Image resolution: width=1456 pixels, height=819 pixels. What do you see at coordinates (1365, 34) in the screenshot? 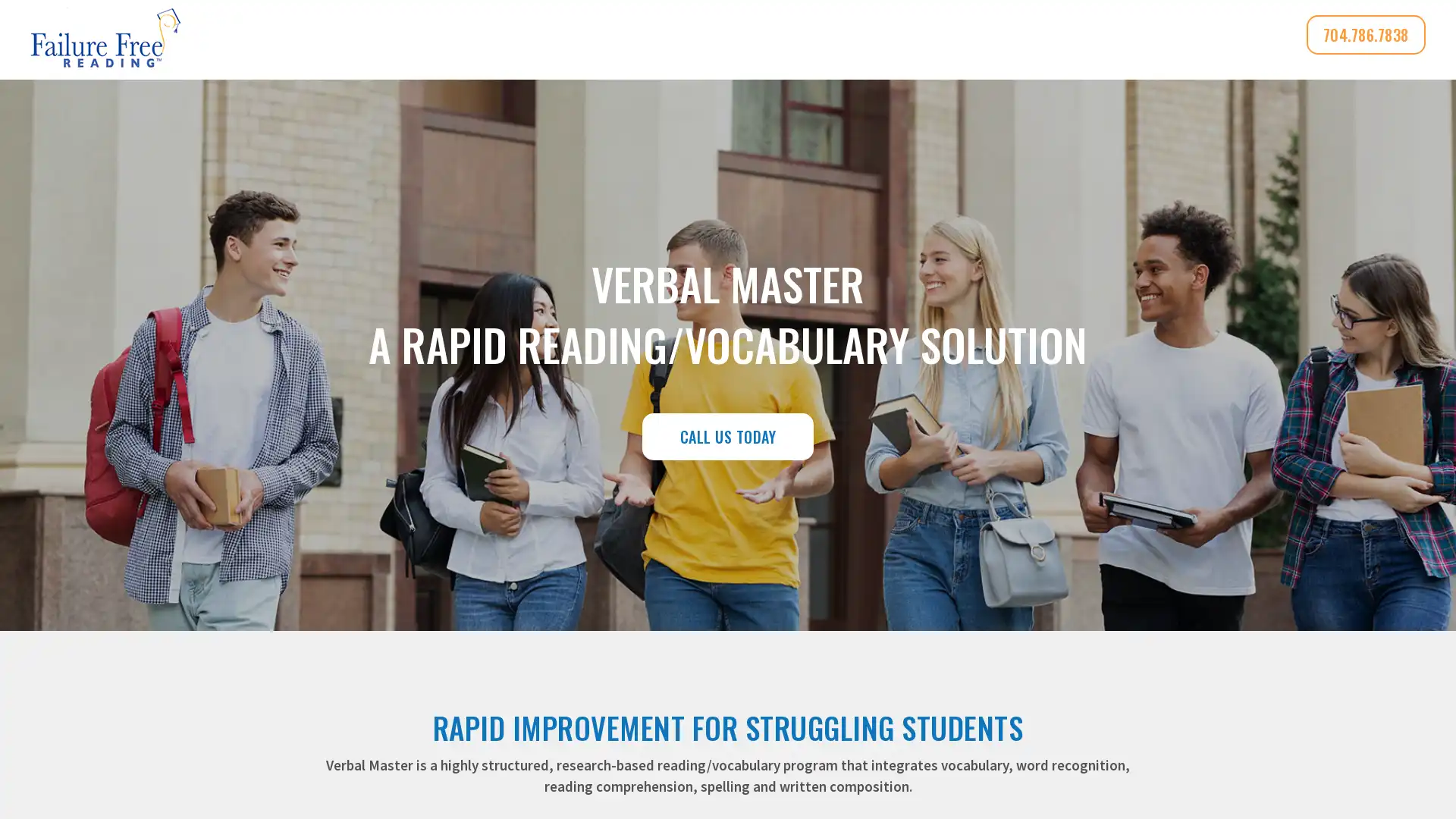
I see `704.786.7838` at bounding box center [1365, 34].